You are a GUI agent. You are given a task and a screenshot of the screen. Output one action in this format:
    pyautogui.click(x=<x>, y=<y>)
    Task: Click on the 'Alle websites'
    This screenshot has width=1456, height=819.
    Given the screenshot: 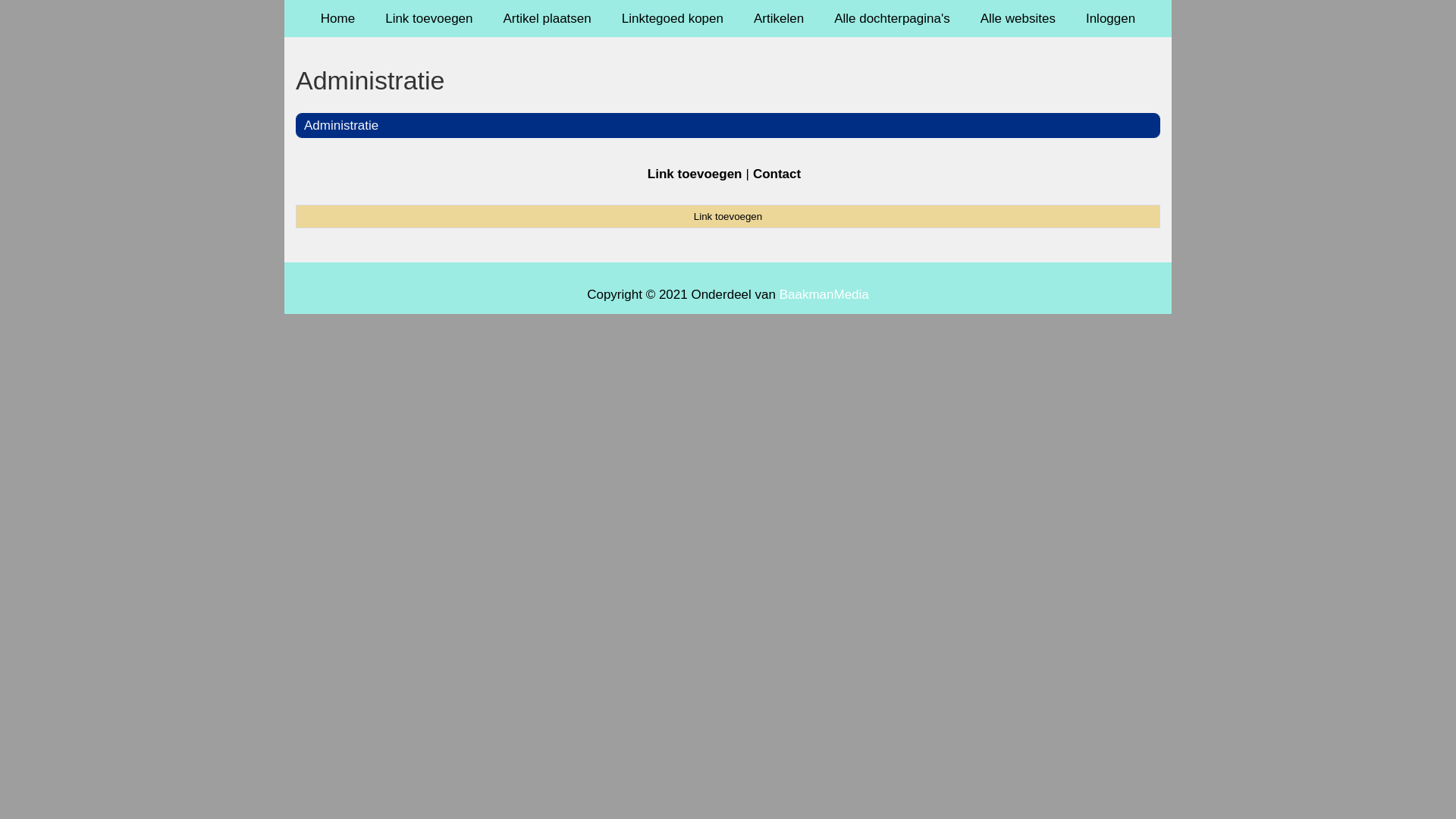 What is the action you would take?
    pyautogui.click(x=1018, y=18)
    